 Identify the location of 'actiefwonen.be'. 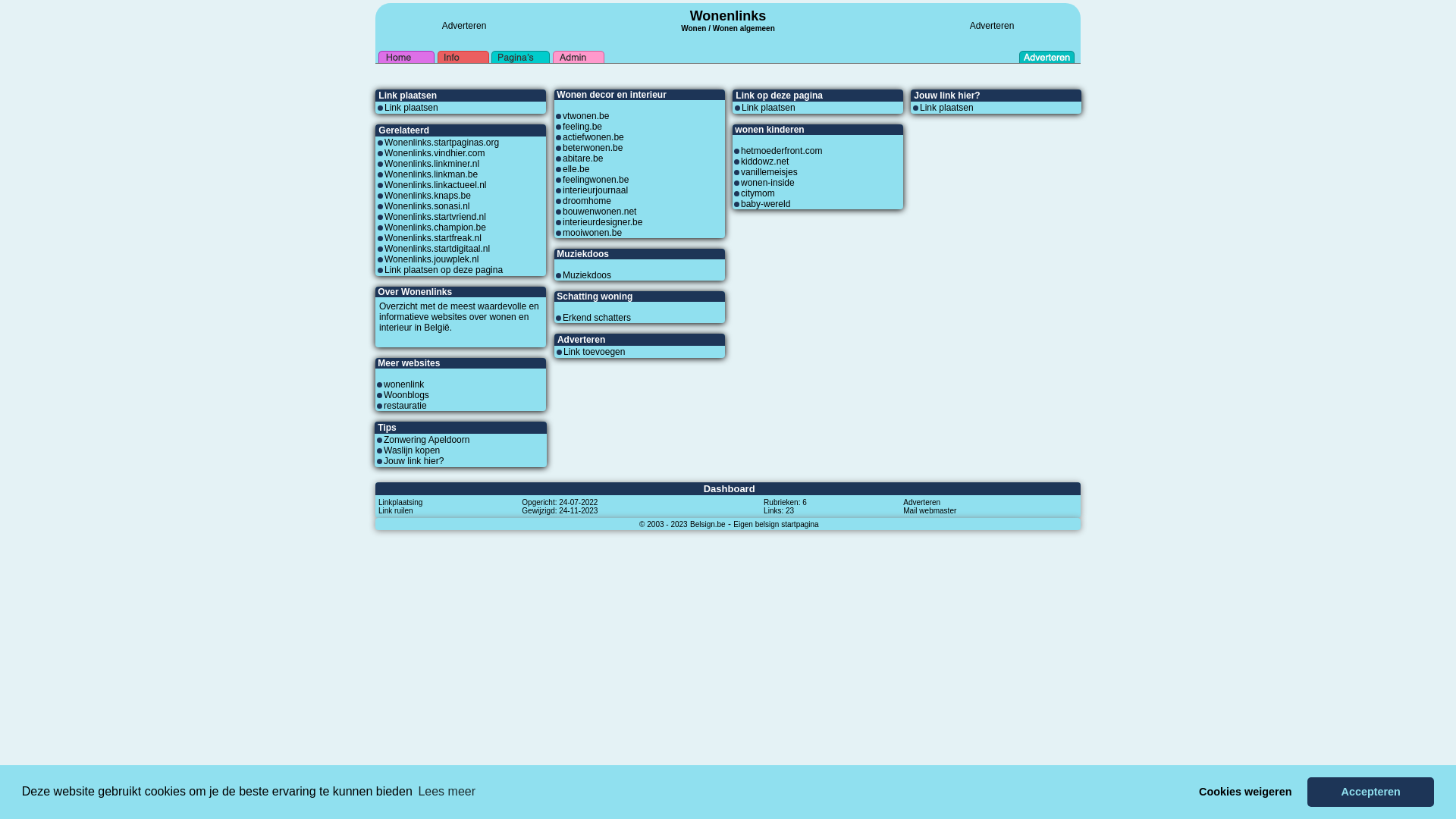
(592, 137).